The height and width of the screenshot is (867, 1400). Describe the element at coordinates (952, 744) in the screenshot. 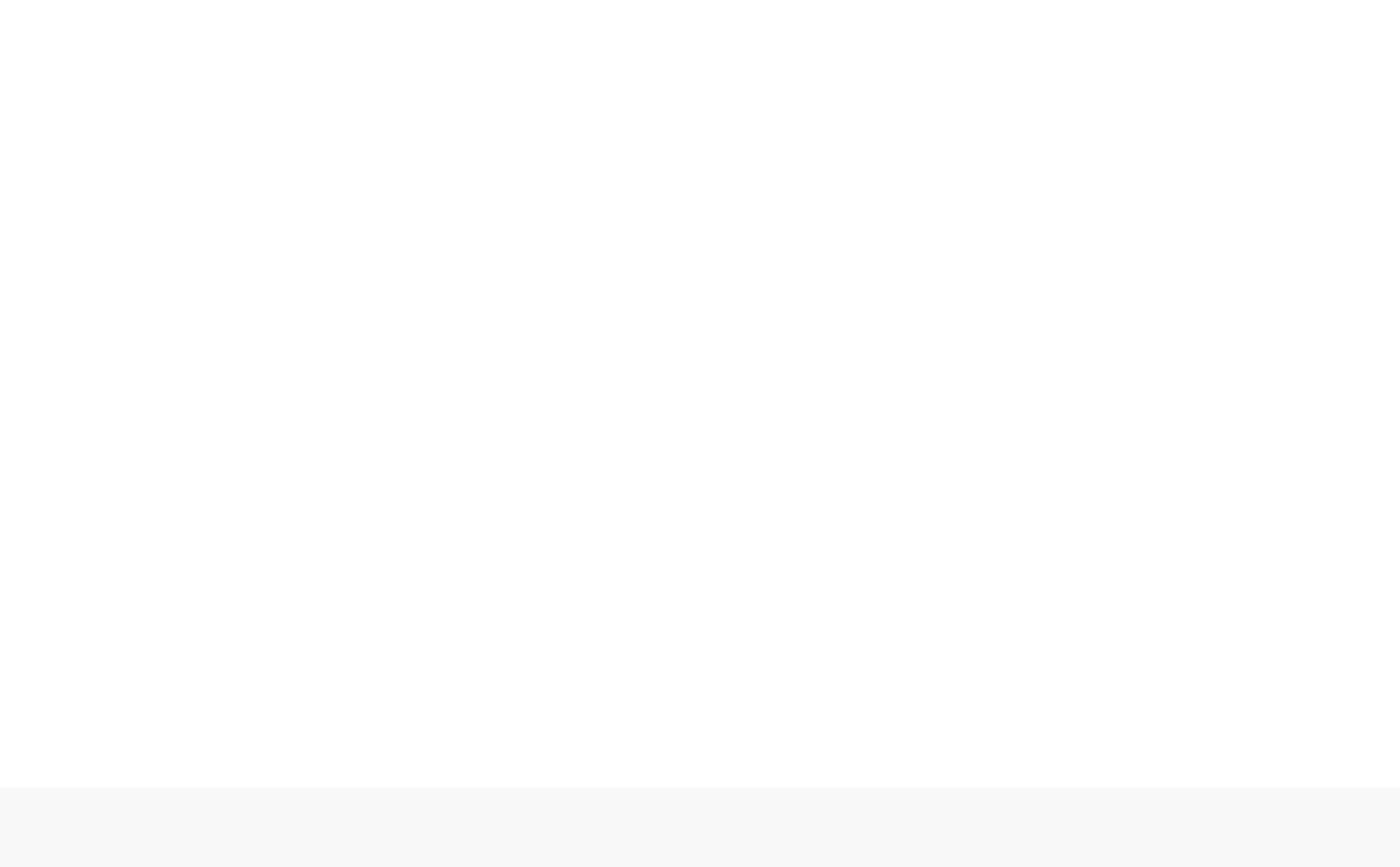

I see `'5 Star Book Reviews'` at that location.